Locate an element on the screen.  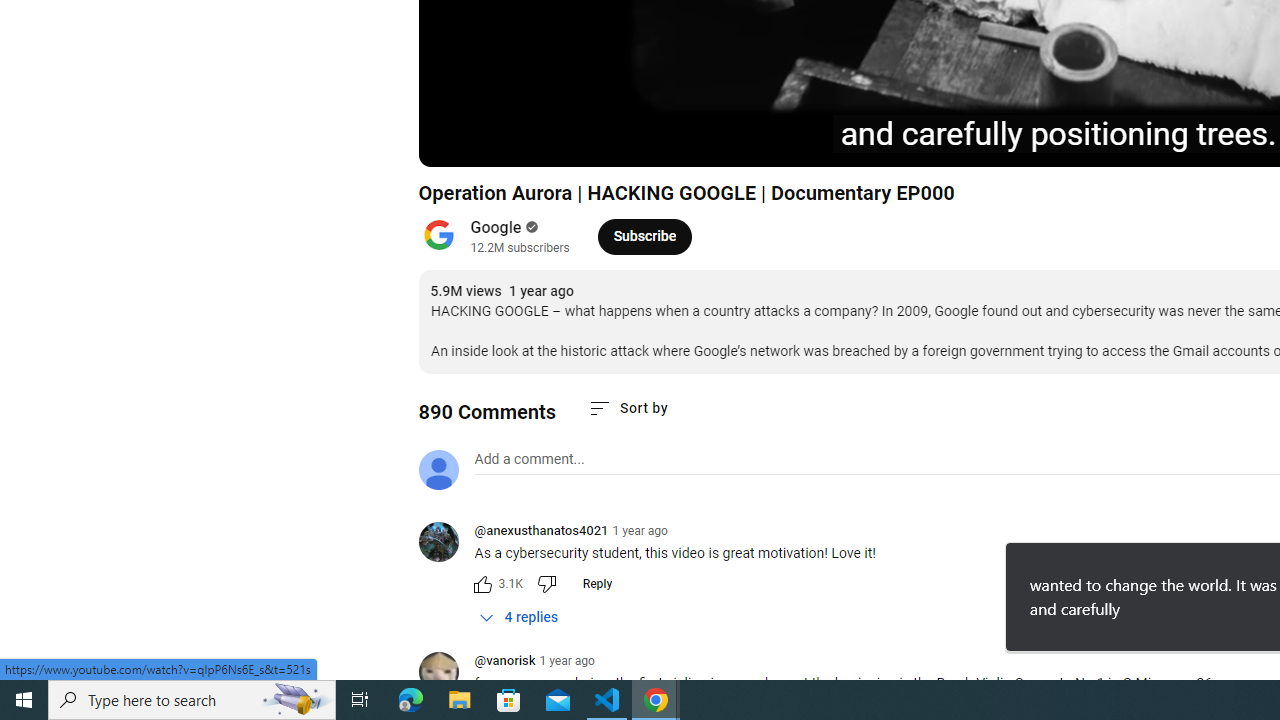
'@vanorisk' is located at coordinates (504, 662).